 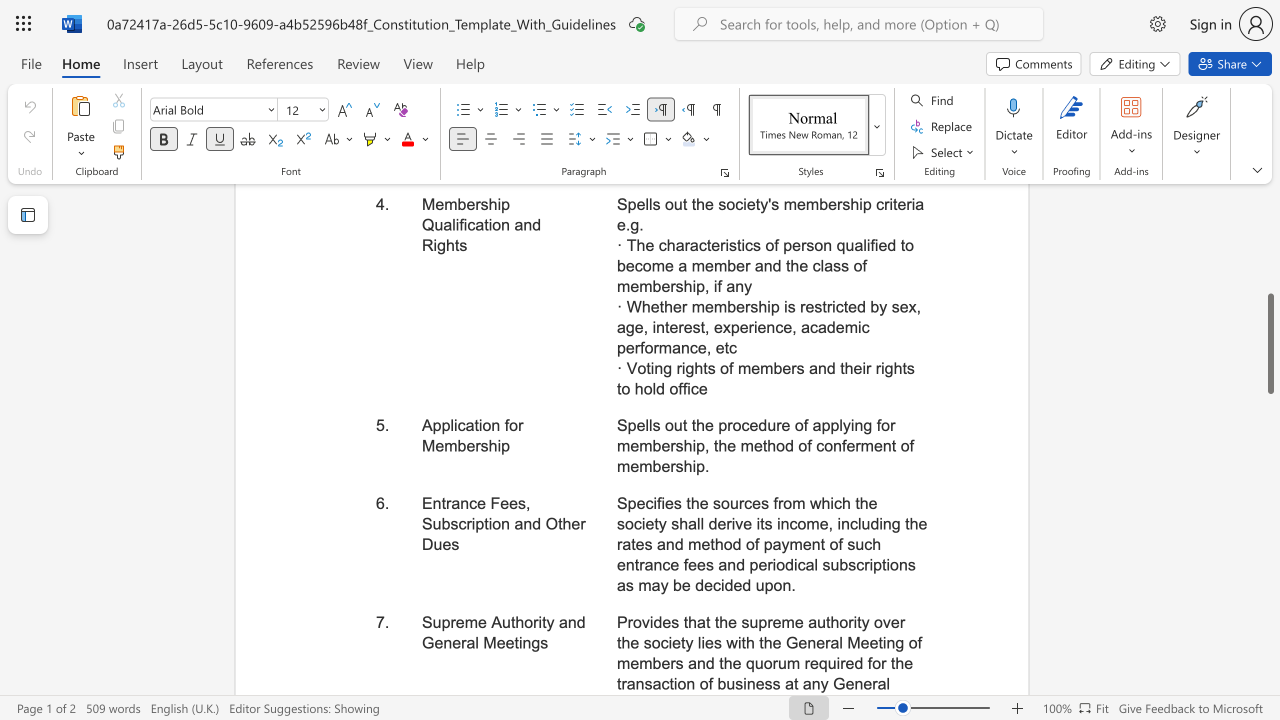 I want to click on the scrollbar and move up 470 pixels, so click(x=1269, y=343).